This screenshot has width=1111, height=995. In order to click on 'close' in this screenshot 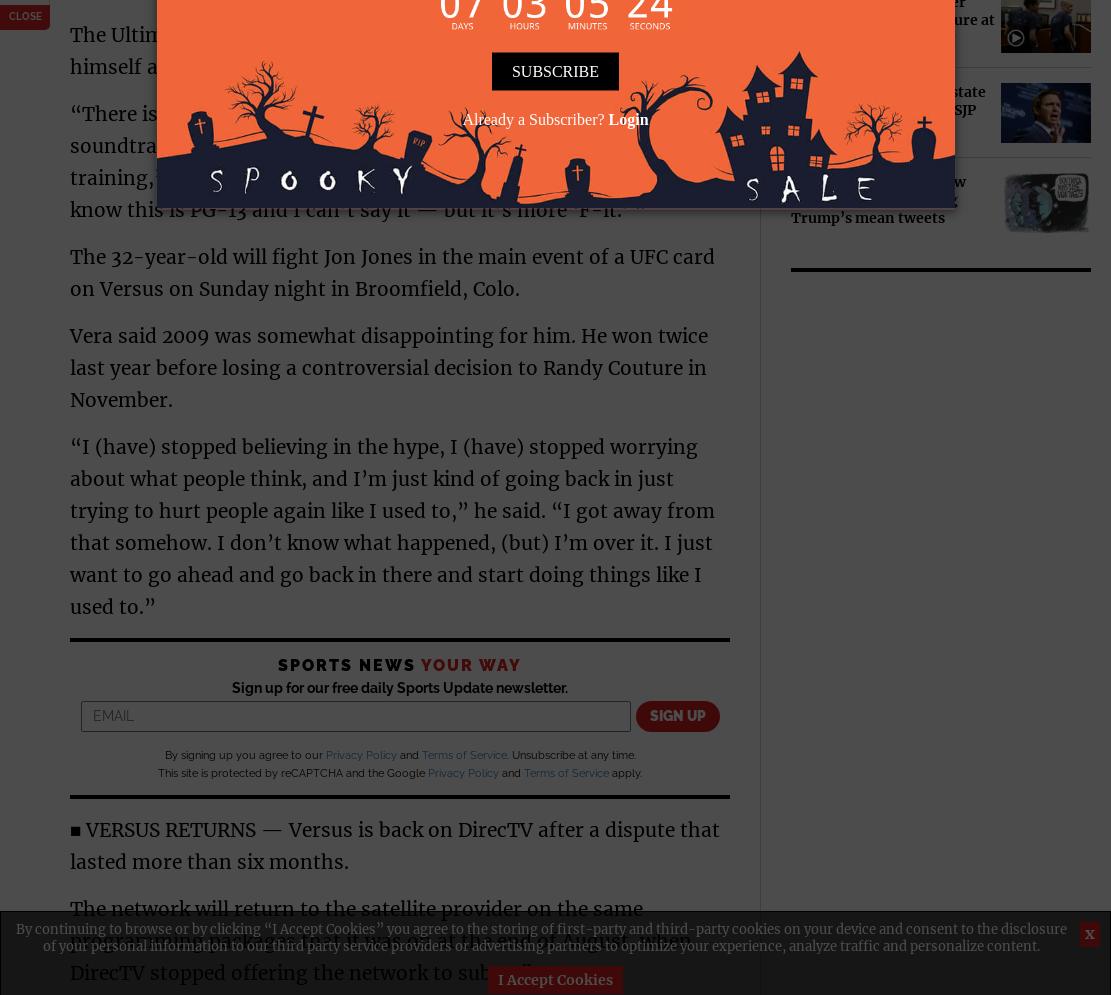, I will do `click(24, 16)`.